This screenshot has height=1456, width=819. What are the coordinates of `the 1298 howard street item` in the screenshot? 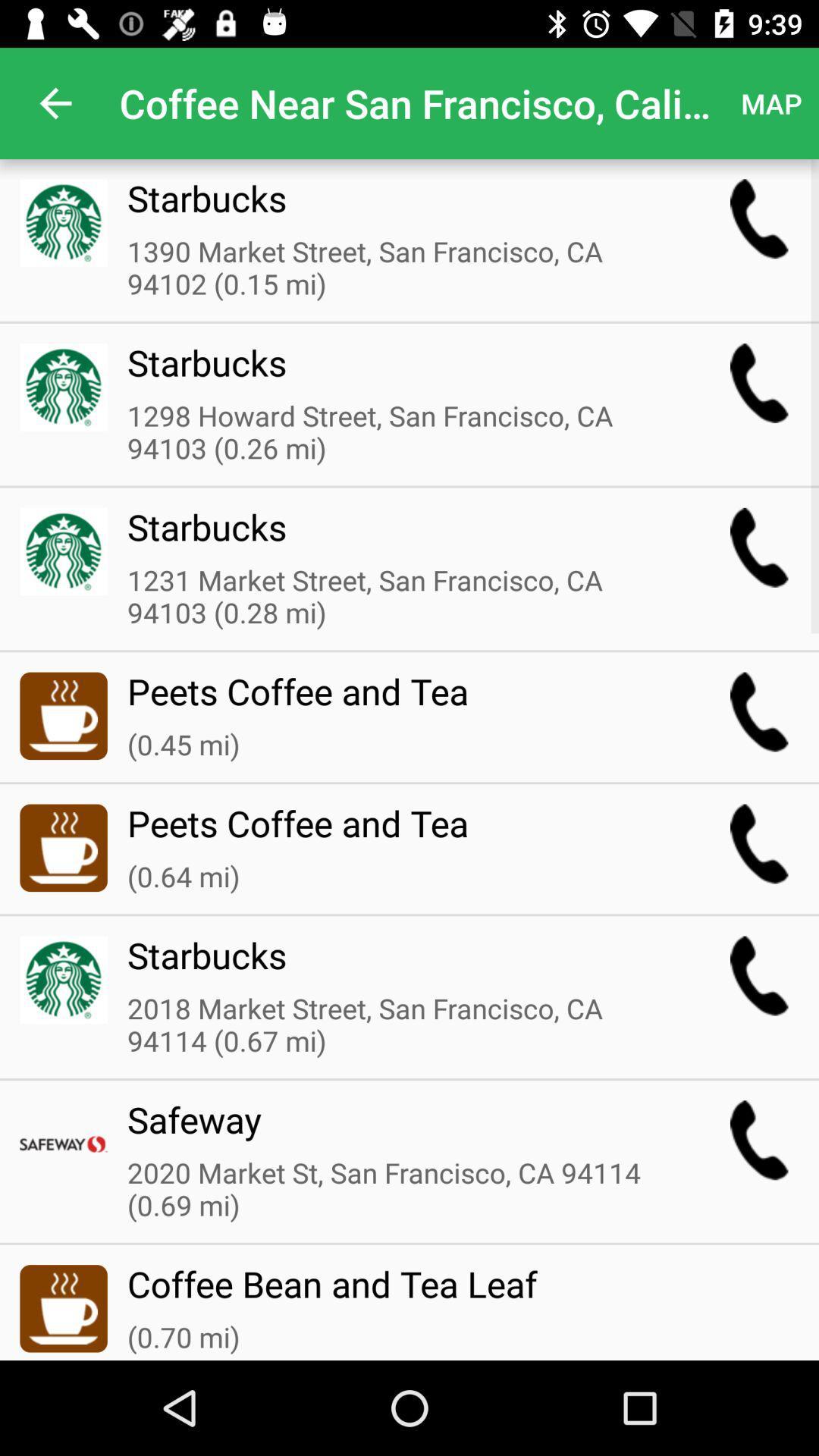 It's located at (397, 432).